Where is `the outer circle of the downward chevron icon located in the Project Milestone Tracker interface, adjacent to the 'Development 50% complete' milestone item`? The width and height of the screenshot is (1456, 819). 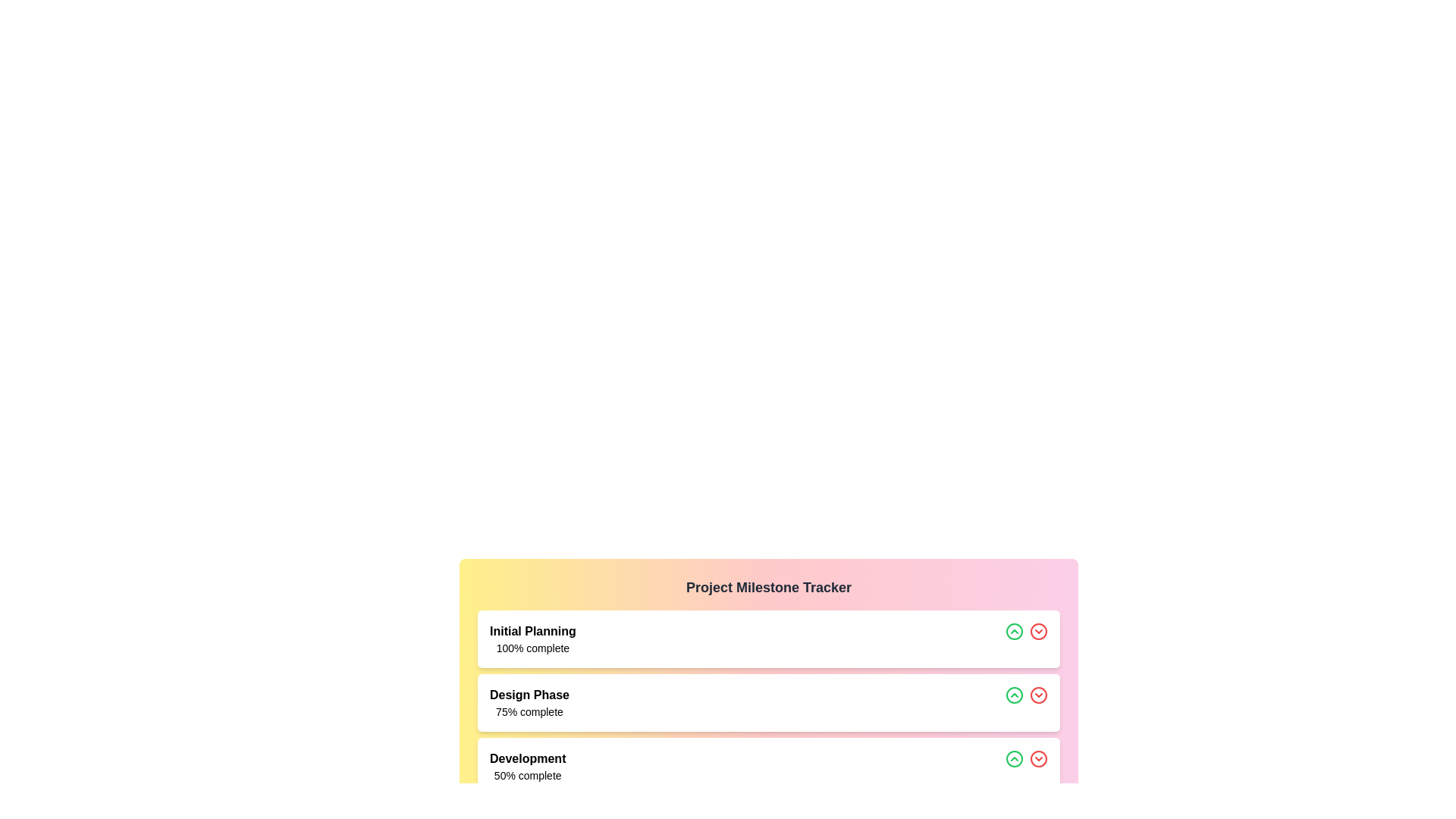
the outer circle of the downward chevron icon located in the Project Milestone Tracker interface, adjacent to the 'Development 50% complete' milestone item is located at coordinates (1037, 759).